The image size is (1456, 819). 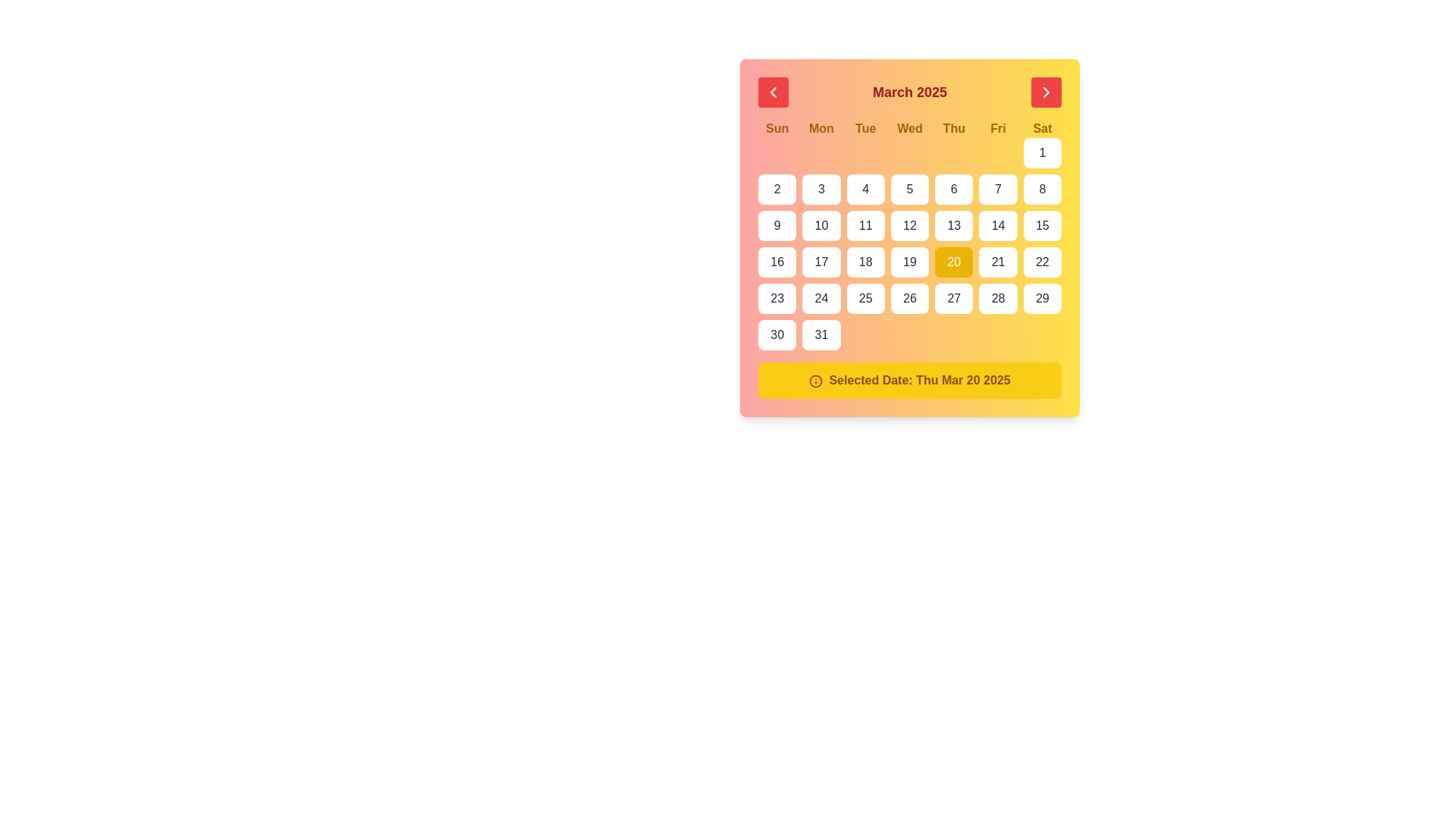 What do you see at coordinates (910, 225) in the screenshot?
I see `the button representing the date '12' in the calendar` at bounding box center [910, 225].